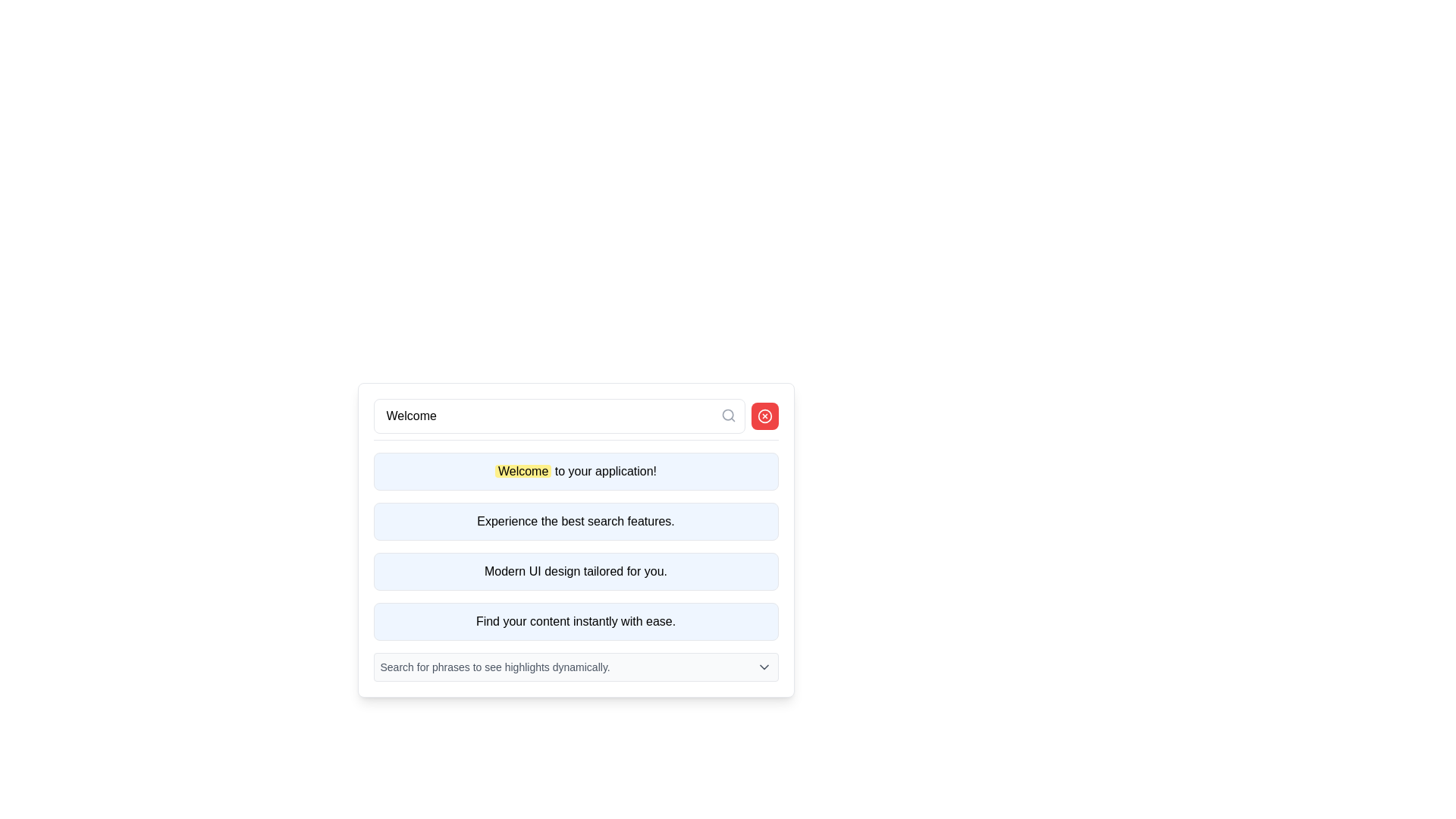 This screenshot has width=1456, height=819. I want to click on informative text block located in the central part of the interface, which is the third item in a vertical list, providing guidance about UI design features, so click(575, 571).